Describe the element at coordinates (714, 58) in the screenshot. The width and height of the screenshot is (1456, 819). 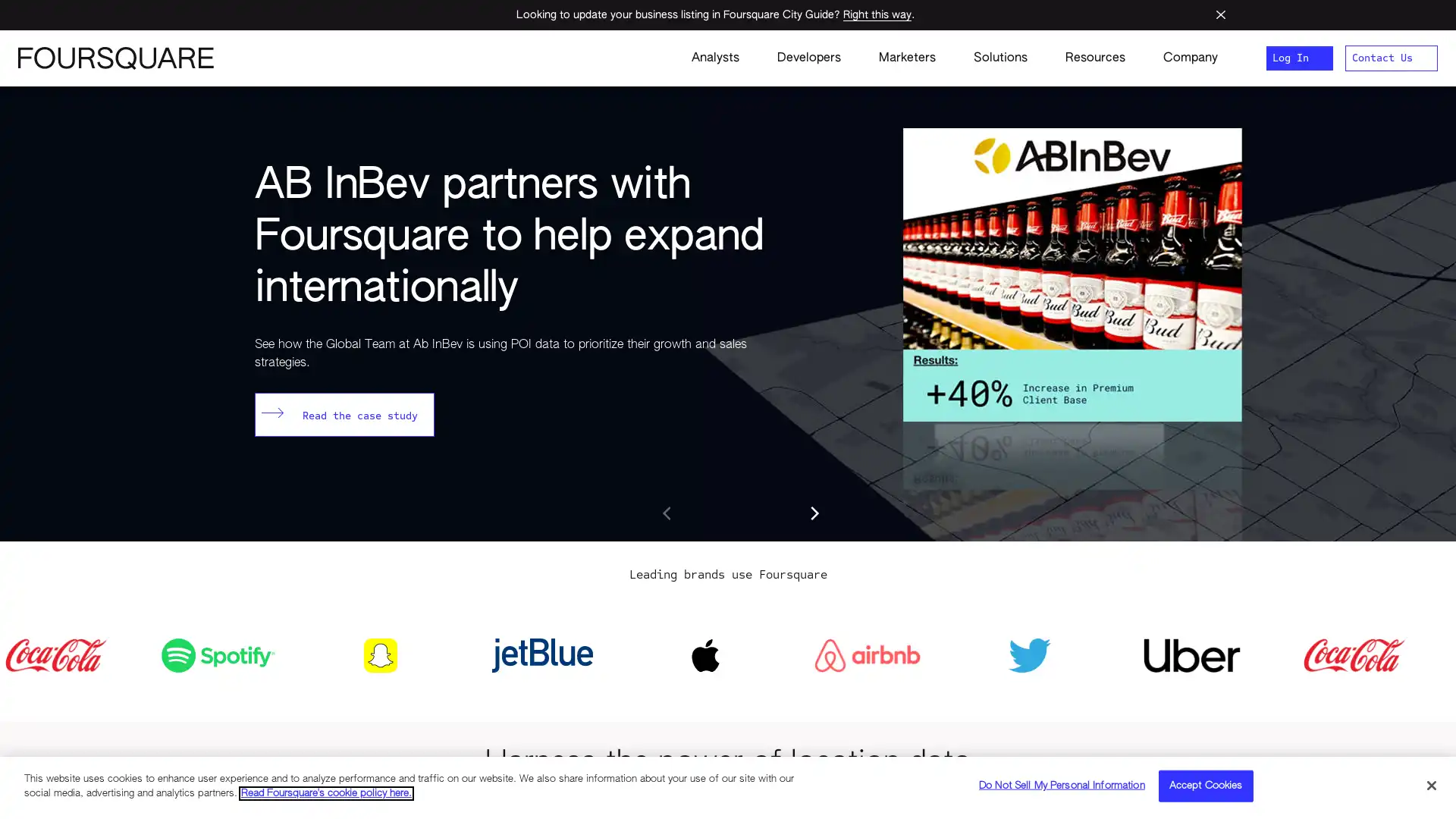
I see `Analysts` at that location.